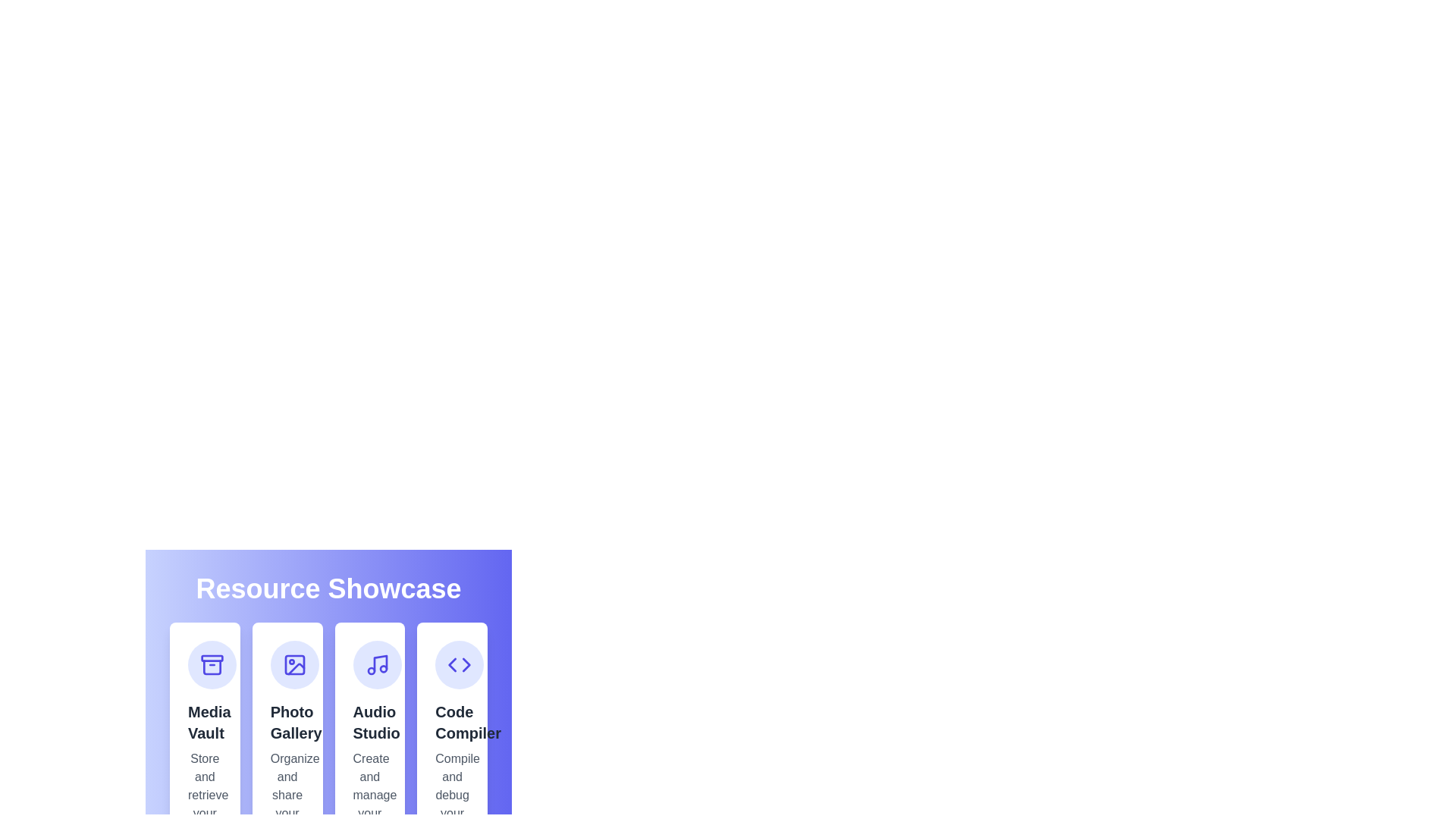 The width and height of the screenshot is (1456, 819). What do you see at coordinates (211, 664) in the screenshot?
I see `the small purple outlined archive box icon located above the 'Media Vault' text in the first card section of the 'Resource Showcase' area` at bounding box center [211, 664].